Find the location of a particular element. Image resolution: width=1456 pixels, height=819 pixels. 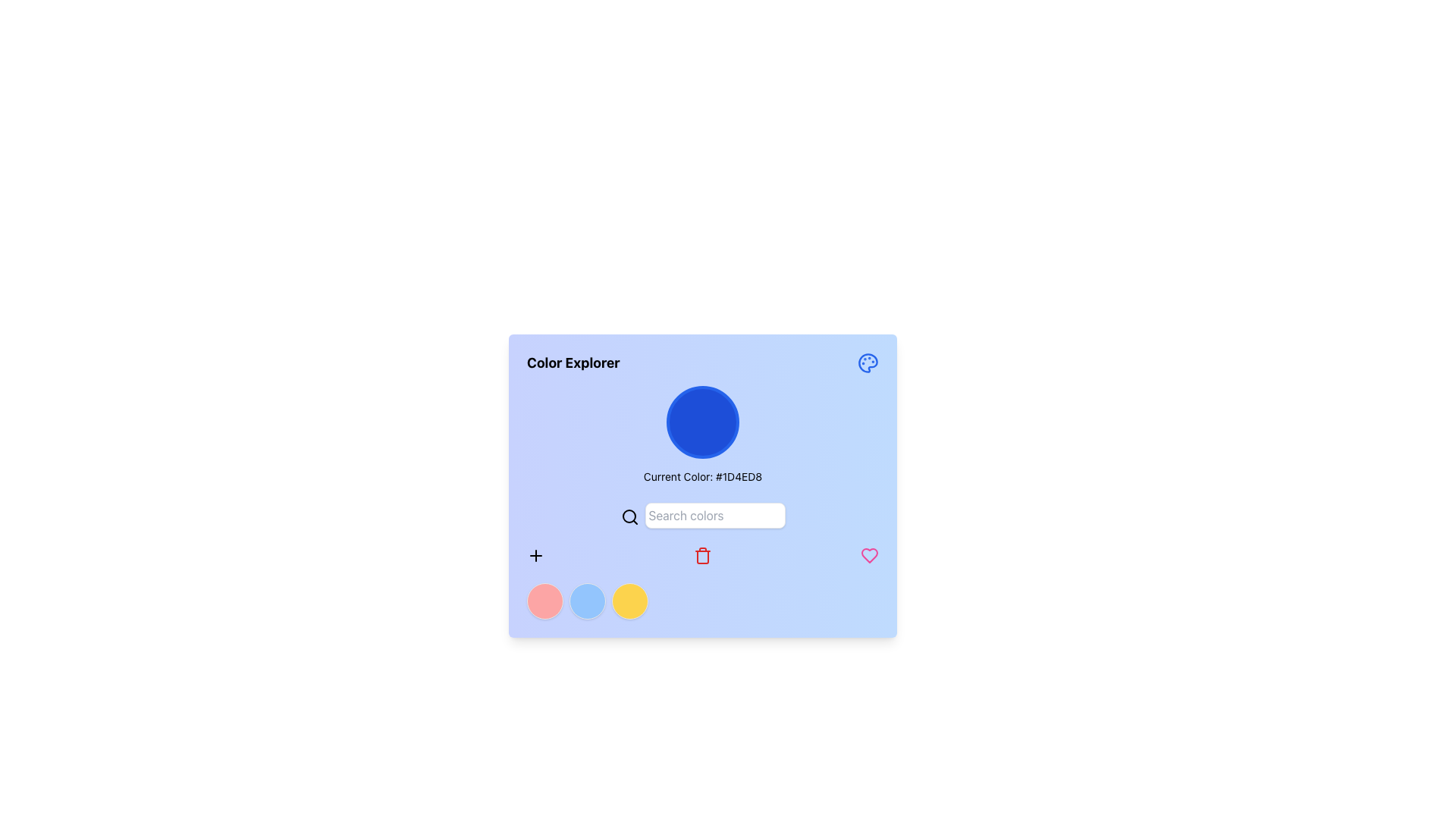

the circular button with a light blue background located in the 'Color Explorer' section is located at coordinates (586, 601).